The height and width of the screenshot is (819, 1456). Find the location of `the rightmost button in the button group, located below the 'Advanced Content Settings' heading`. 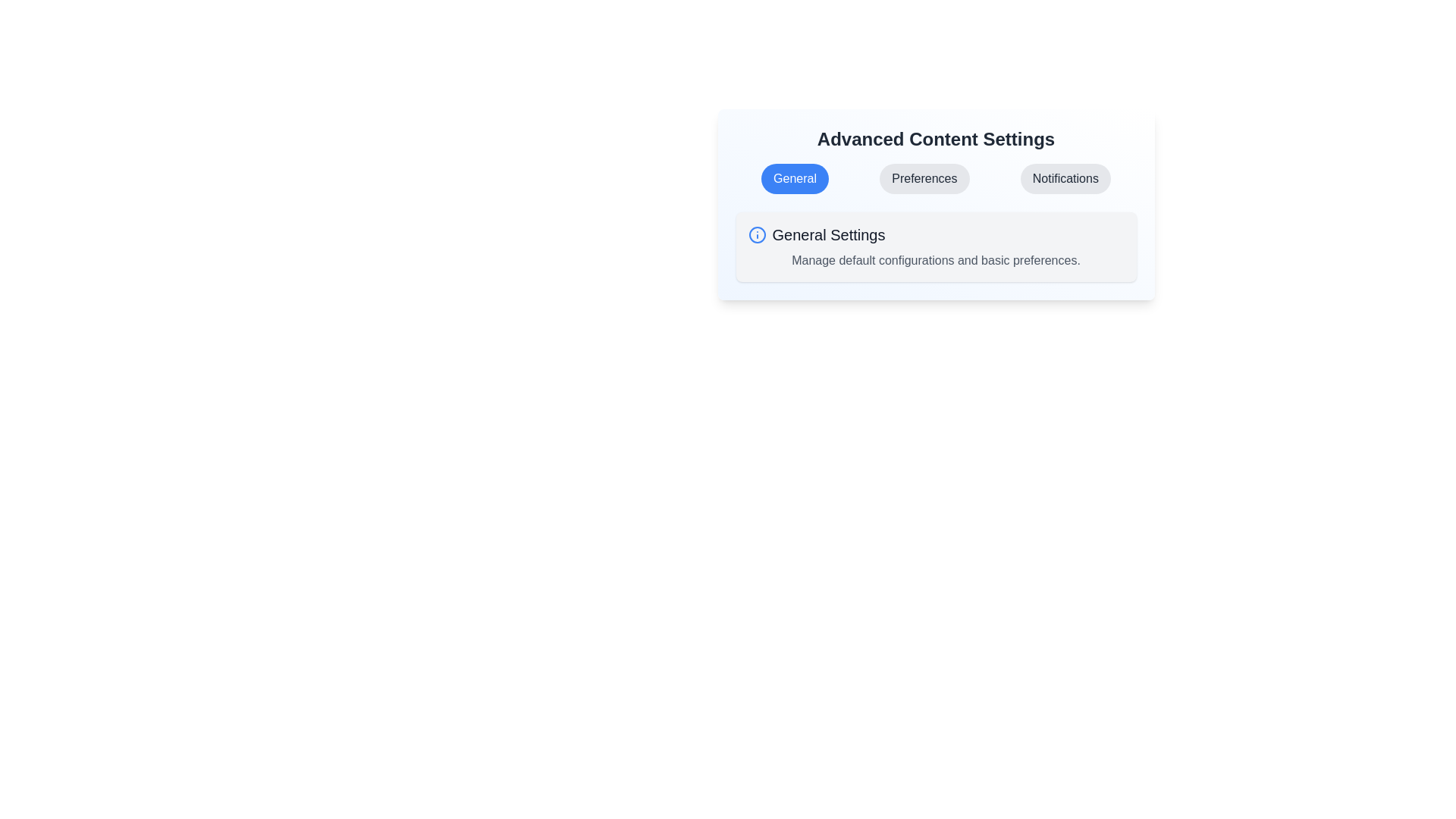

the rightmost button in the button group, located below the 'Advanced Content Settings' heading is located at coordinates (1065, 177).